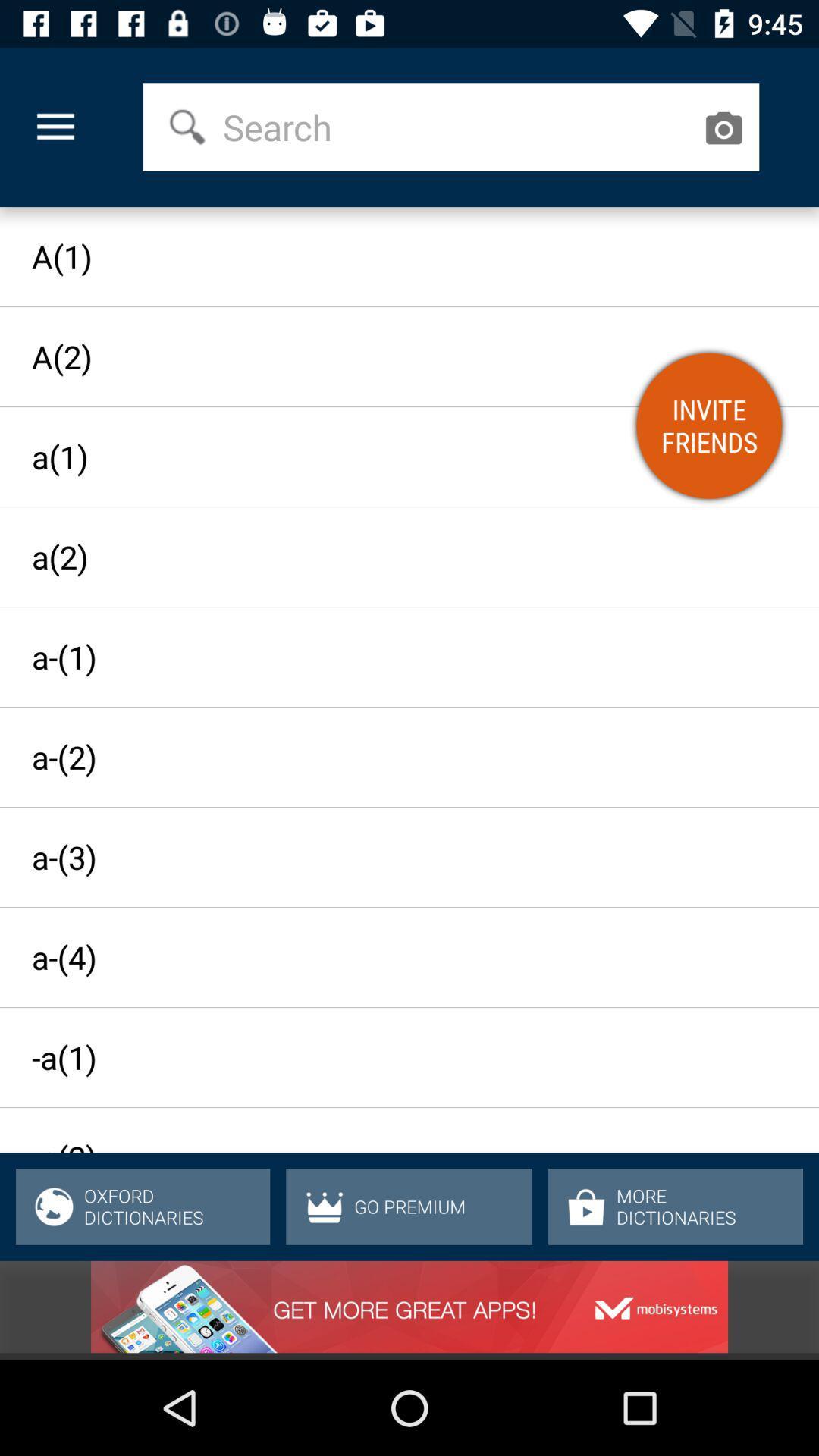  What do you see at coordinates (394, 857) in the screenshot?
I see `the a-(3) icon` at bounding box center [394, 857].